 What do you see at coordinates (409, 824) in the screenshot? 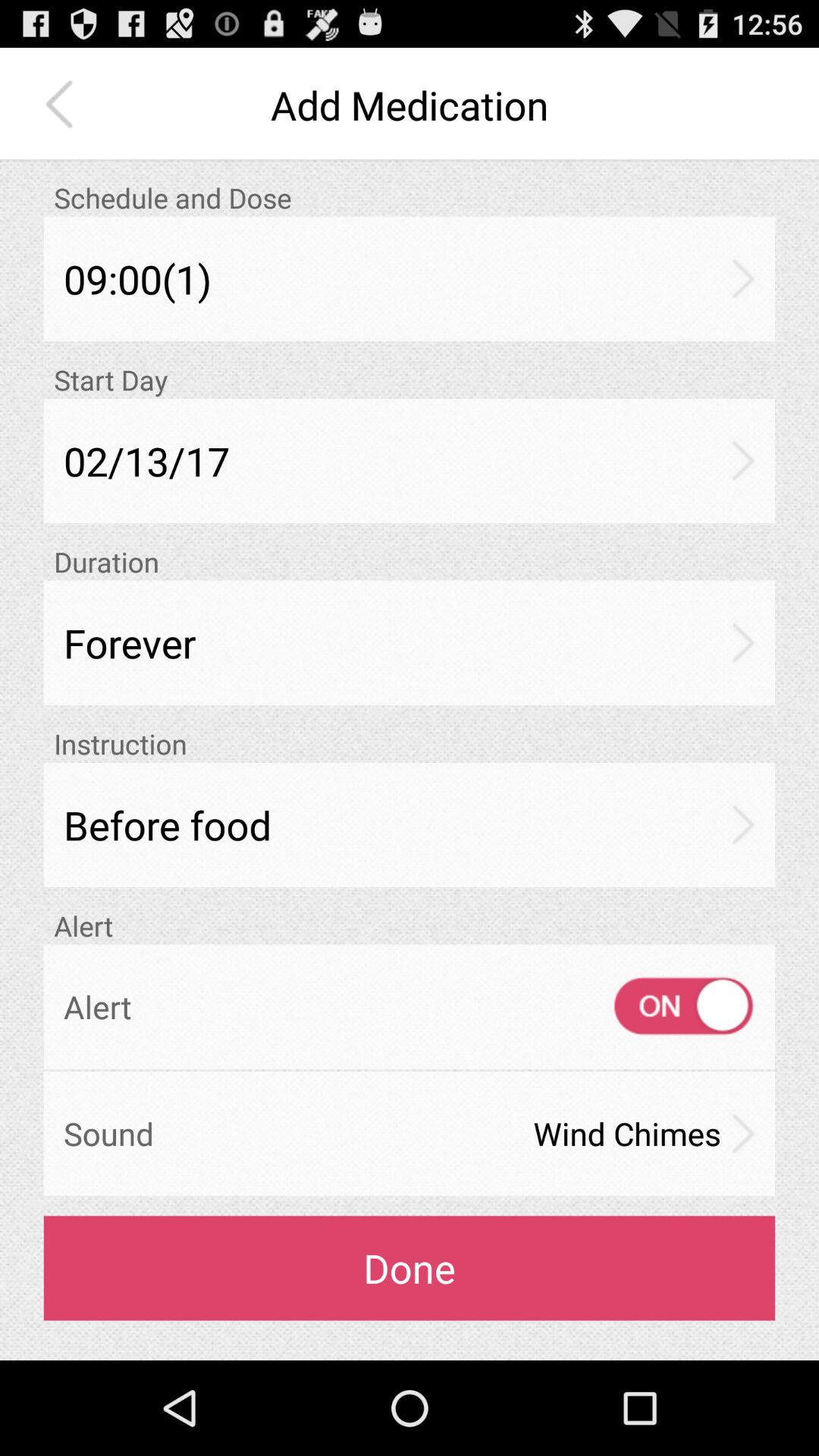
I see `the app below instruction item` at bounding box center [409, 824].